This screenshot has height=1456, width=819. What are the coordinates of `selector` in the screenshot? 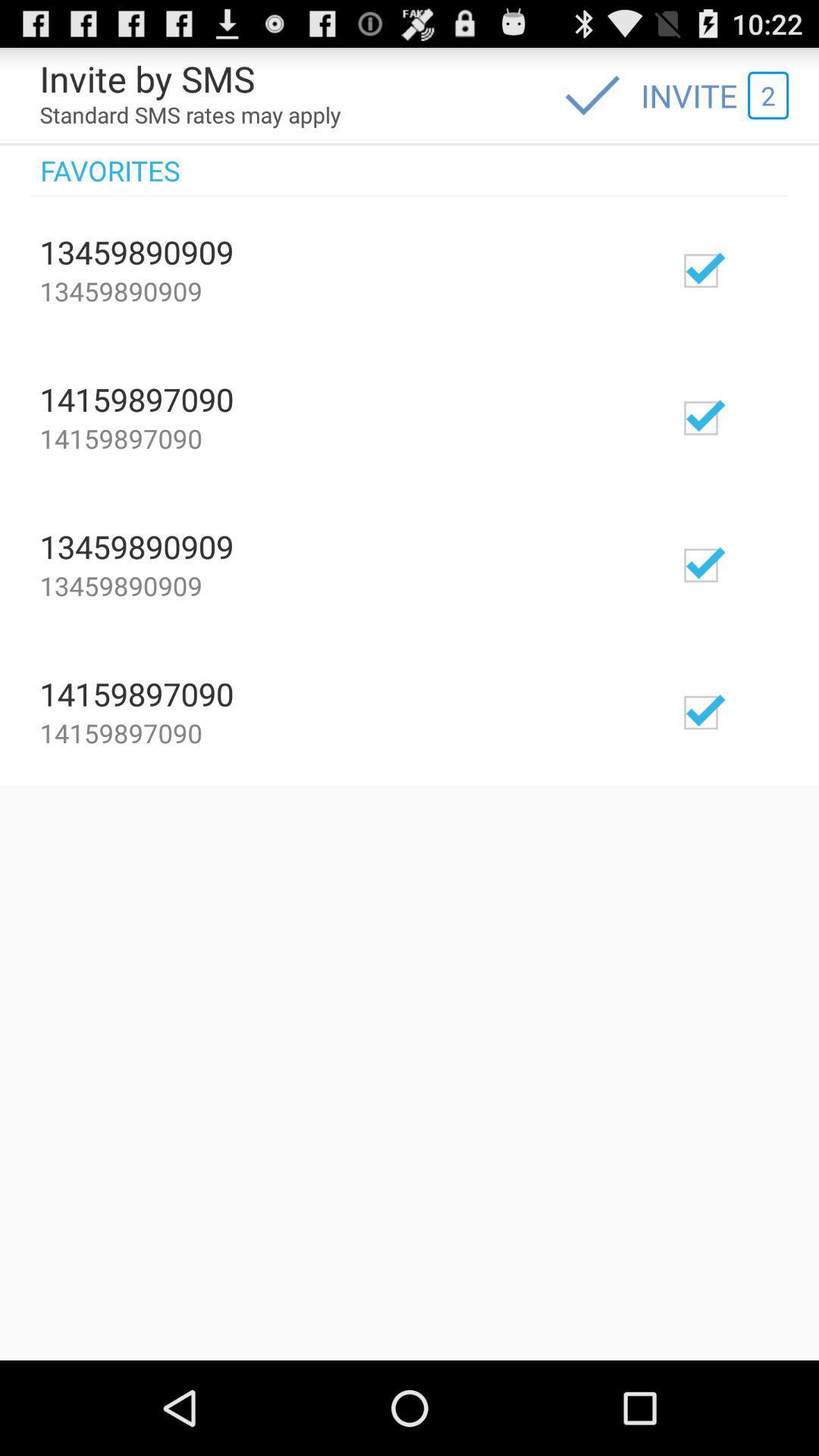 It's located at (745, 416).